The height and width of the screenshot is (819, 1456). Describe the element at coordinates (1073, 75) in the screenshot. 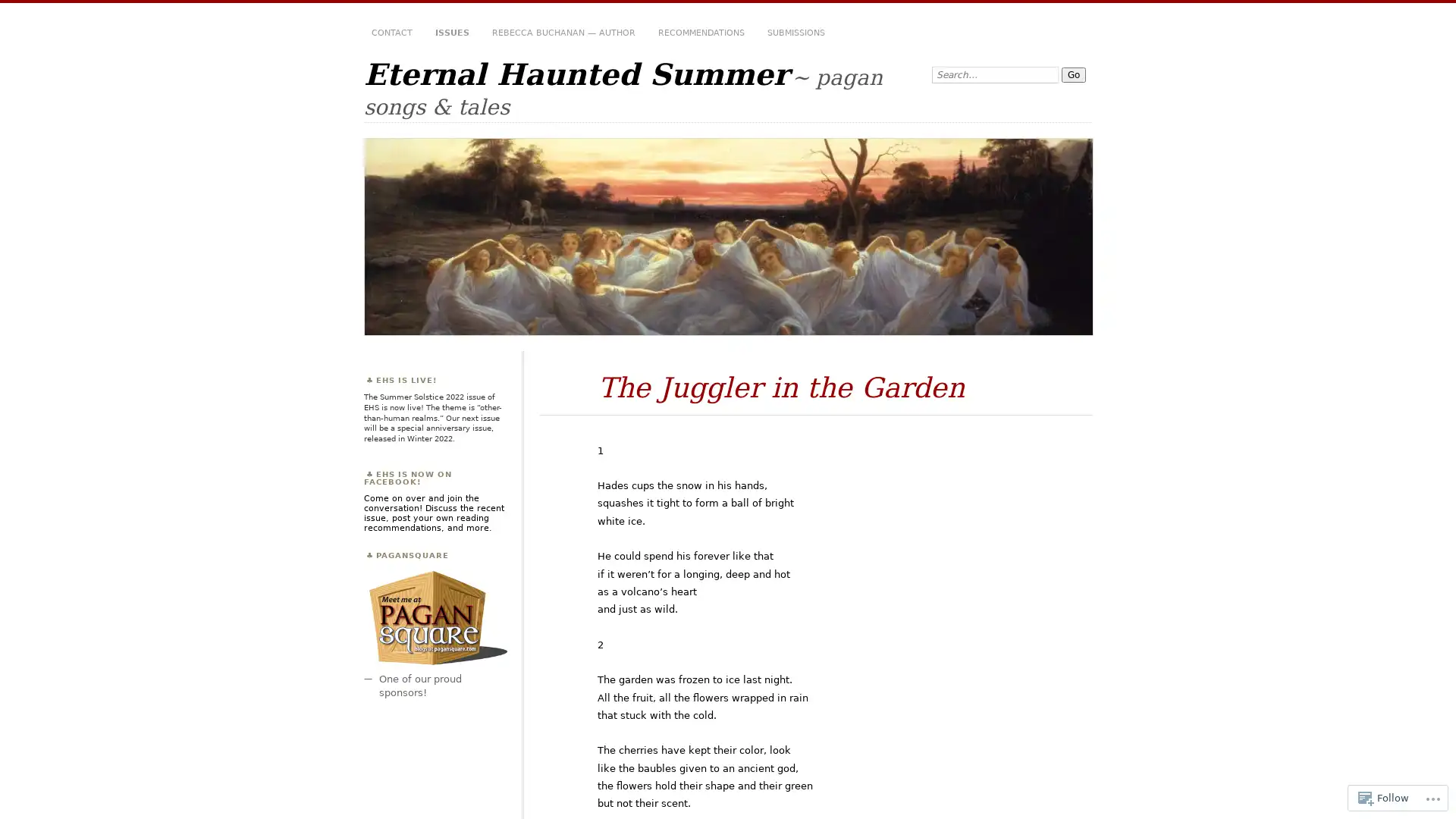

I see `Go` at that location.